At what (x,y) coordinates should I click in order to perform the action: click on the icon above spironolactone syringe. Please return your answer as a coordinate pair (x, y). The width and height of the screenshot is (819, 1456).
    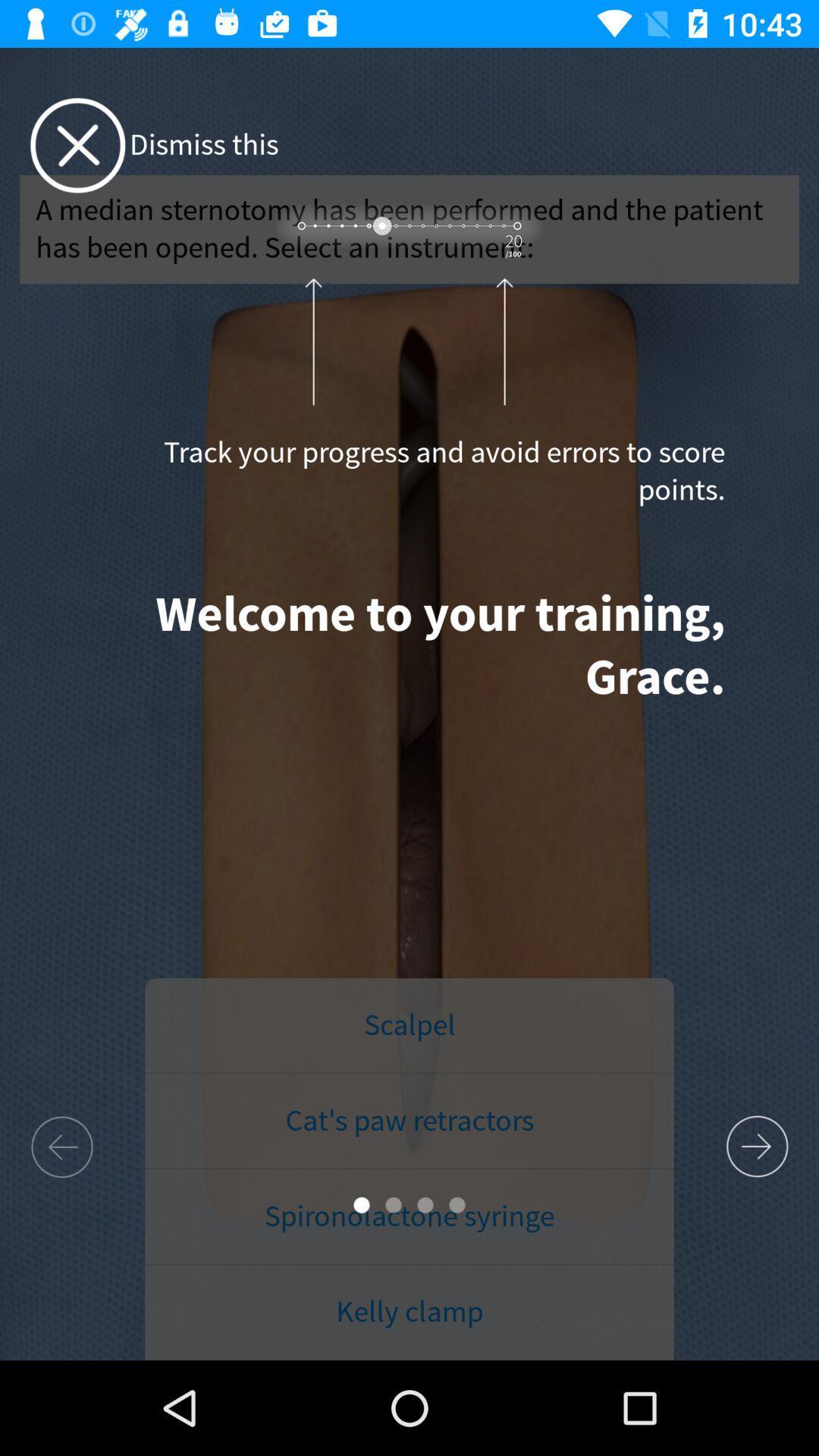
    Looking at the image, I should click on (409, 1121).